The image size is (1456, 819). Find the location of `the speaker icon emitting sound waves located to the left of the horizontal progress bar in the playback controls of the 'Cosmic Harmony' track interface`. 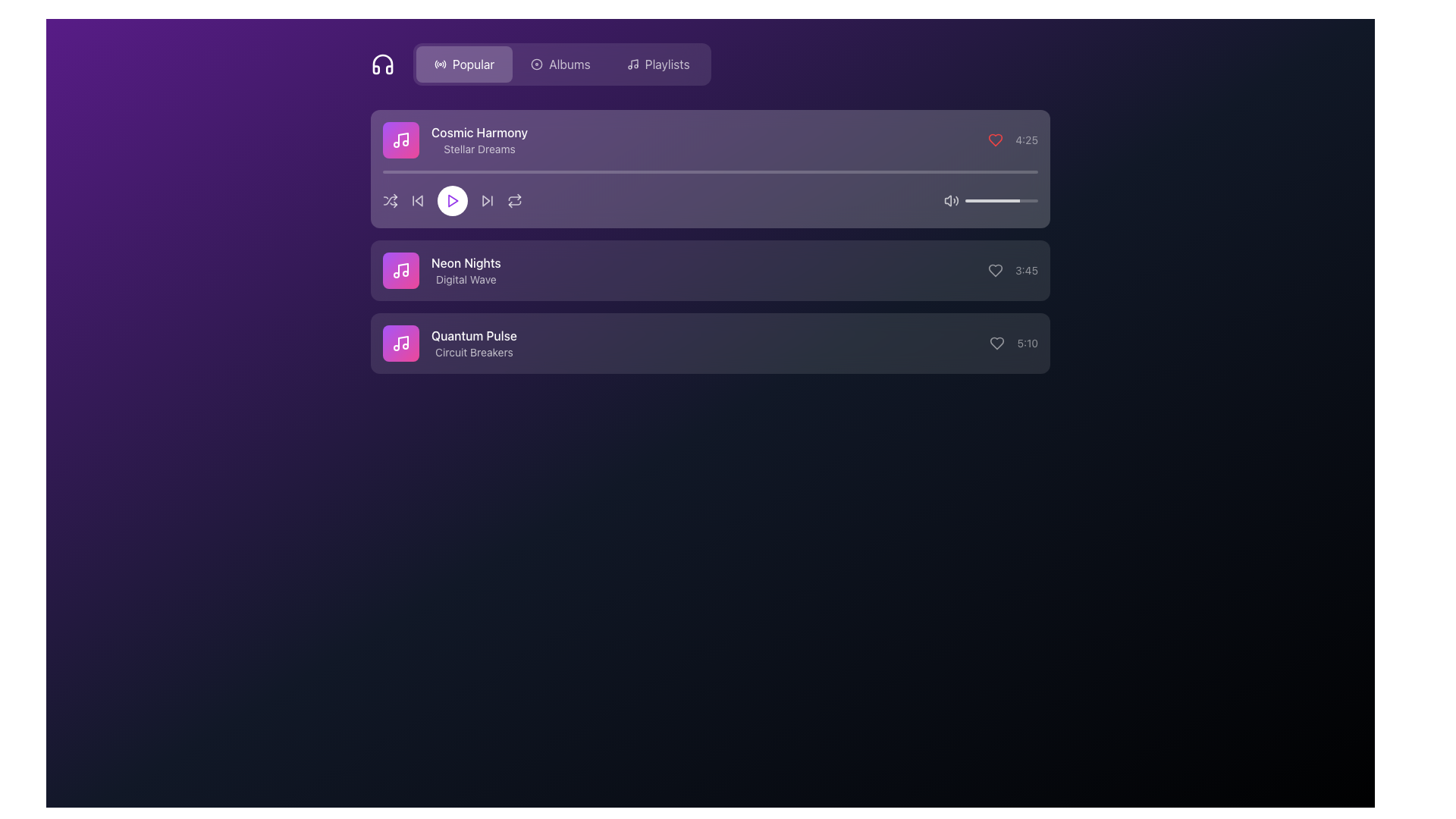

the speaker icon emitting sound waves located to the left of the horizontal progress bar in the playback controls of the 'Cosmic Harmony' track interface is located at coordinates (950, 200).